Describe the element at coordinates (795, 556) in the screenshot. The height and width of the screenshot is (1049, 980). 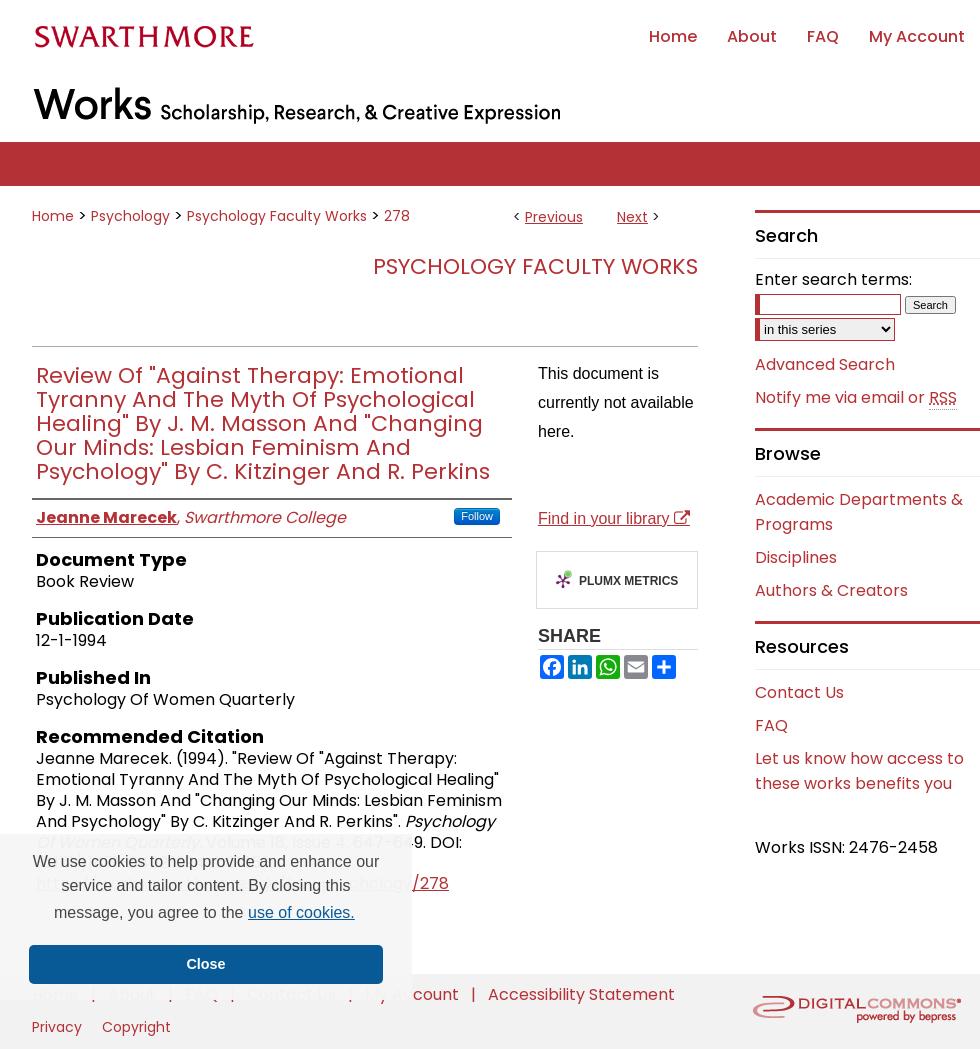
I see `'Disciplines'` at that location.